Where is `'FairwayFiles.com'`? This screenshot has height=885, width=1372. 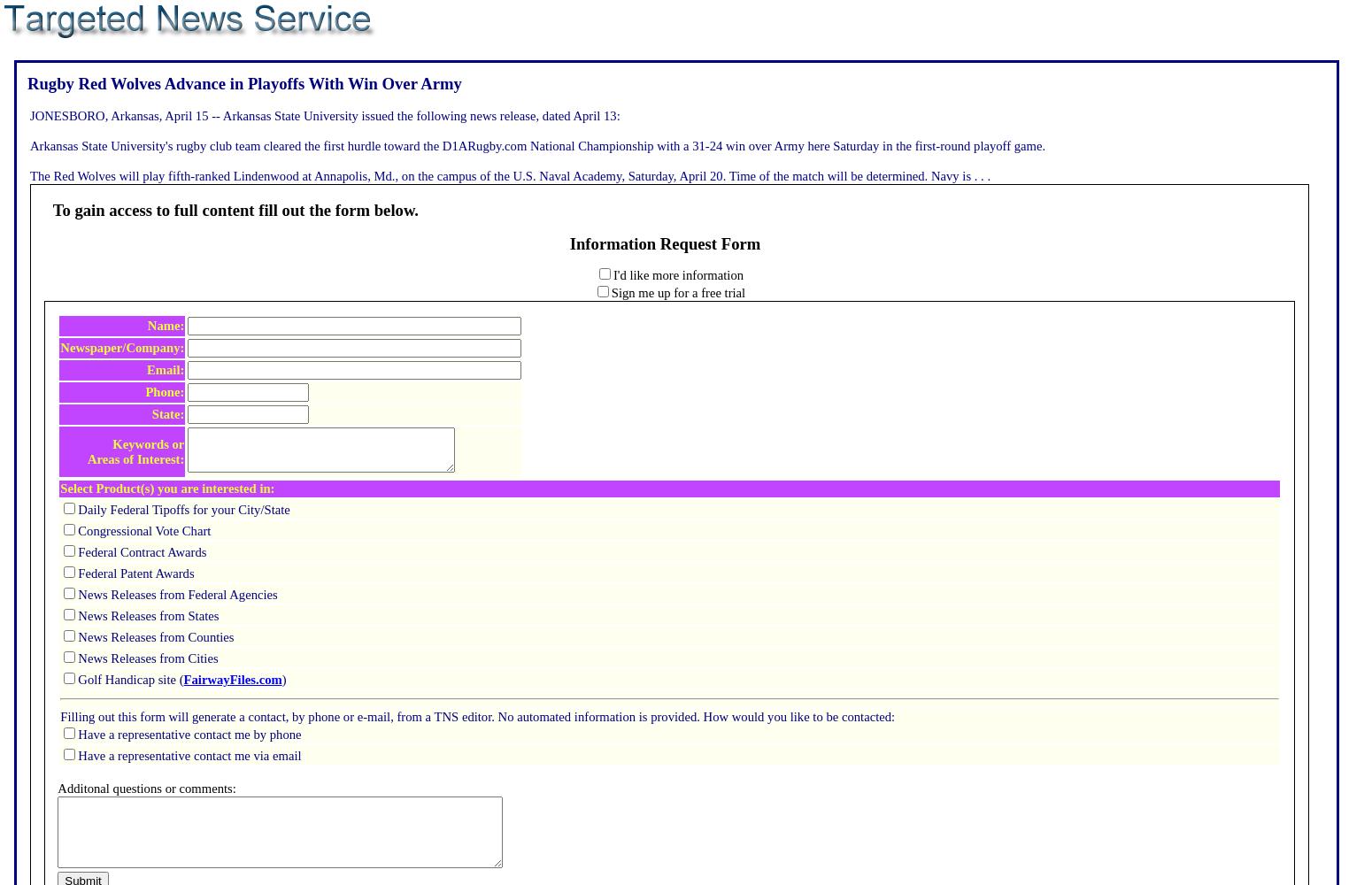
'FairwayFiles.com' is located at coordinates (232, 680).